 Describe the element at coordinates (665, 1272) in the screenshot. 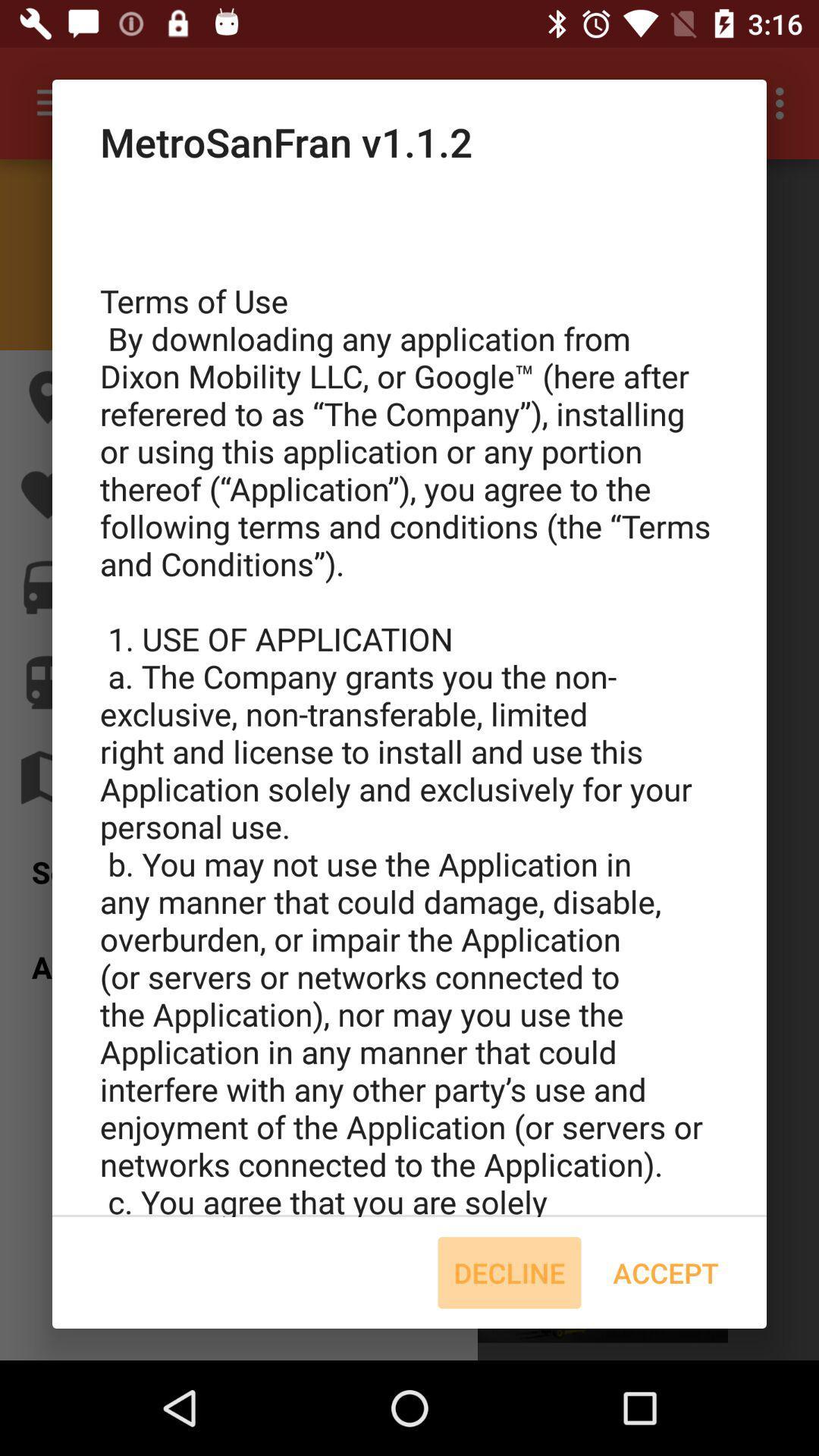

I see `icon below the terms of use item` at that location.